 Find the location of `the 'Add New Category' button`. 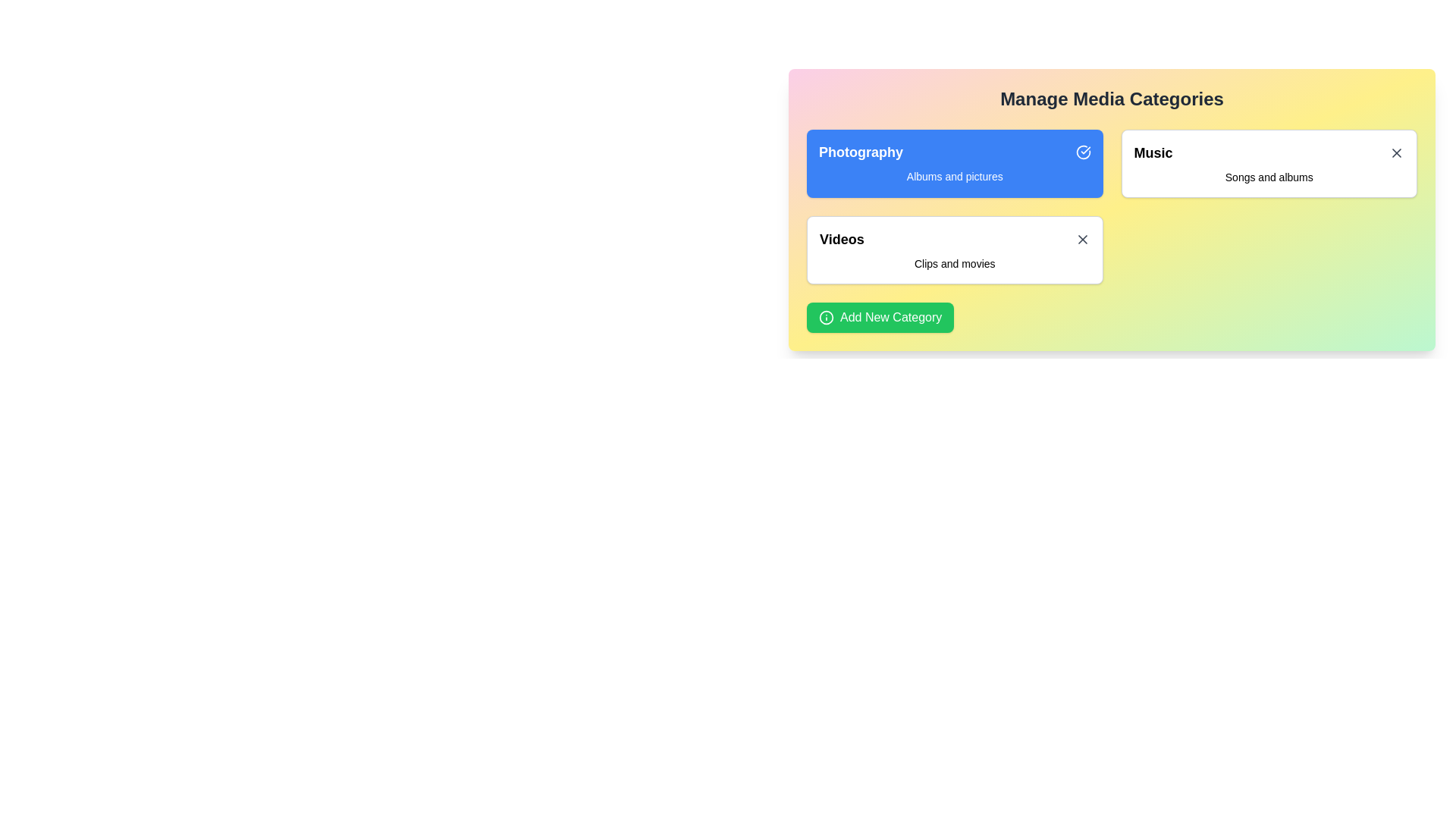

the 'Add New Category' button is located at coordinates (880, 317).